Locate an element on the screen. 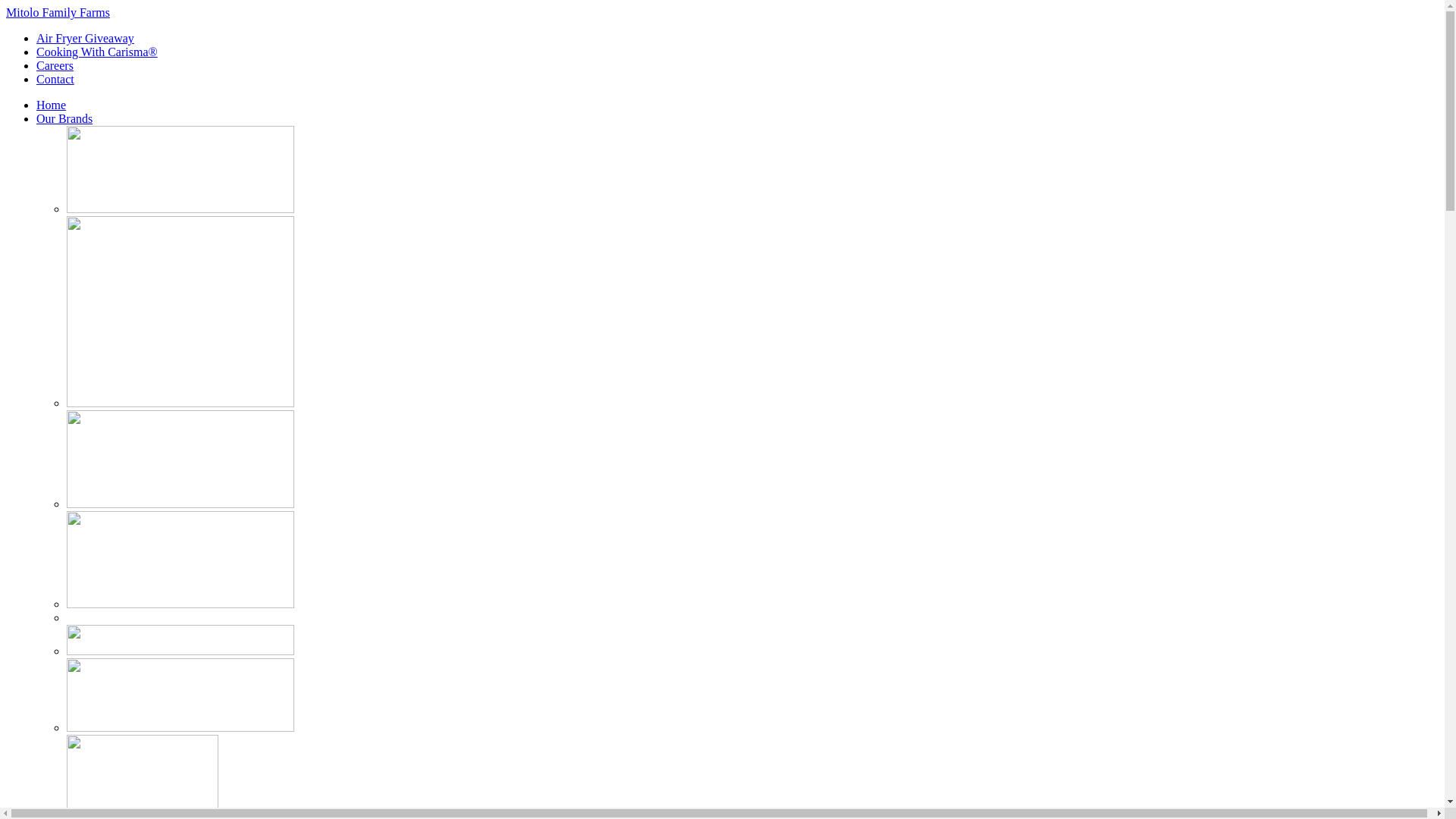 This screenshot has width=1456, height=819. 'Contact' is located at coordinates (55, 79).